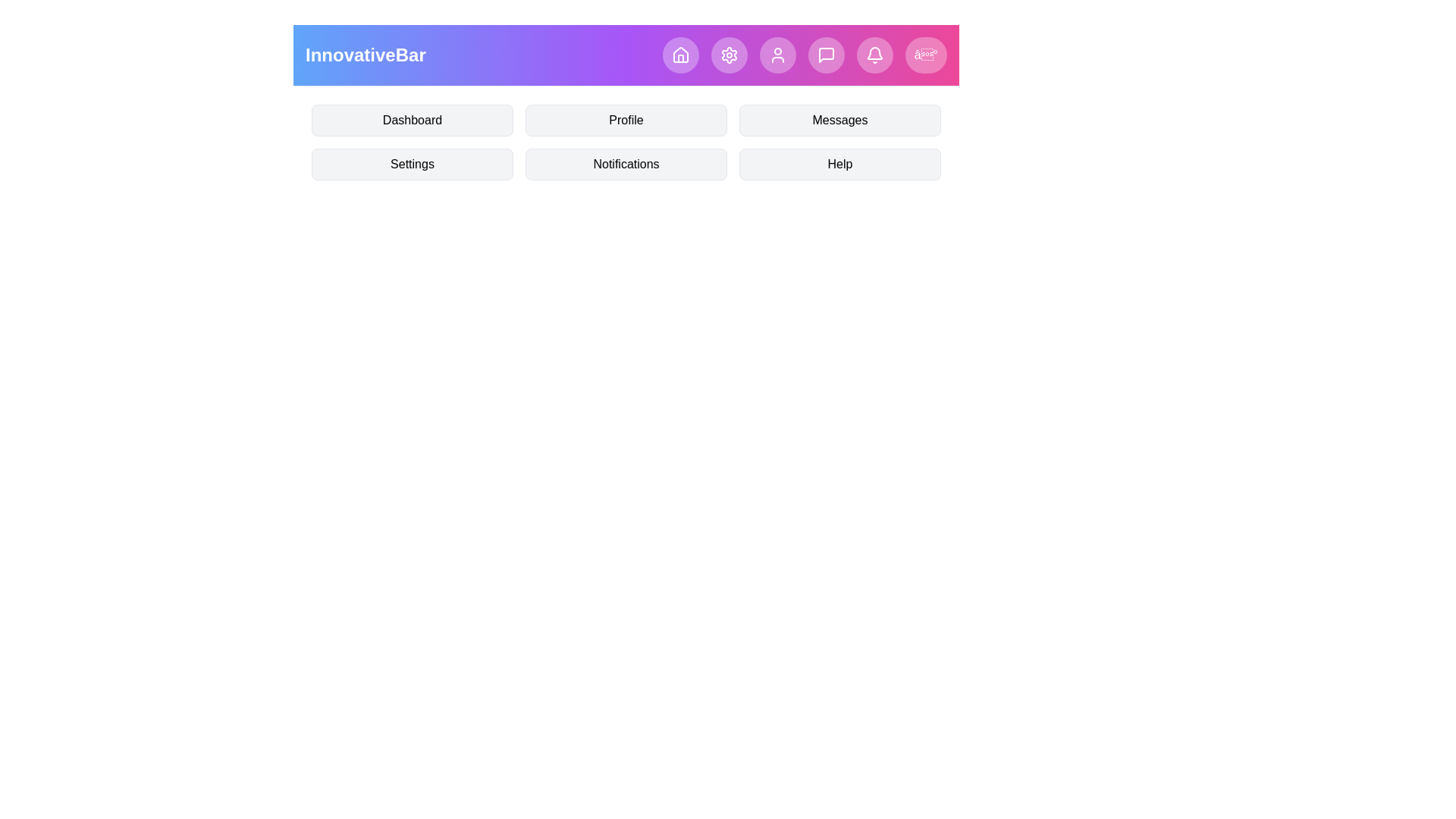 Image resolution: width=1456 pixels, height=819 pixels. What do you see at coordinates (924, 55) in the screenshot?
I see `the menu button to toggle the menu visibility` at bounding box center [924, 55].